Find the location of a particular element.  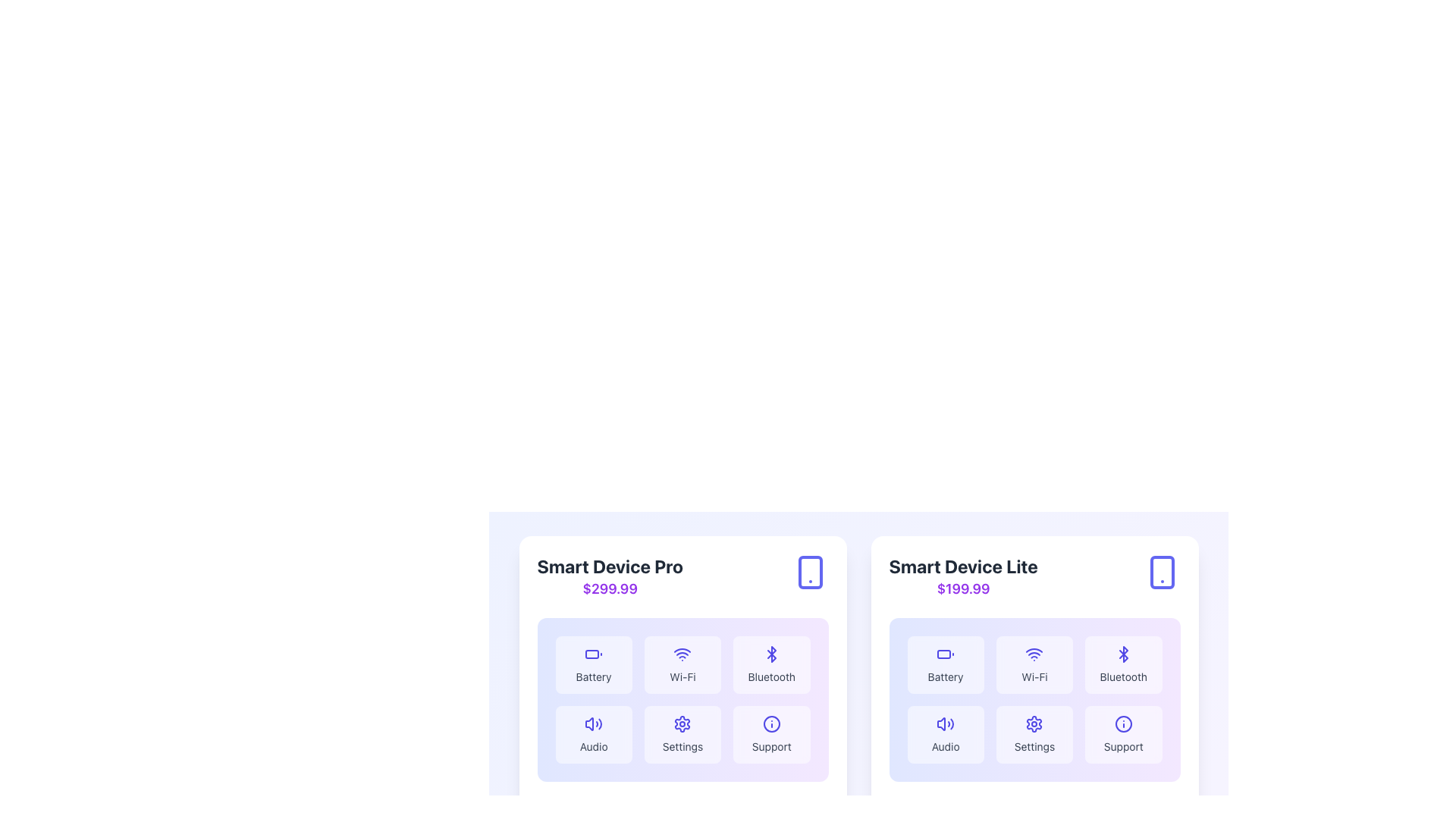

the Bluetooth card-like button element located is located at coordinates (771, 664).